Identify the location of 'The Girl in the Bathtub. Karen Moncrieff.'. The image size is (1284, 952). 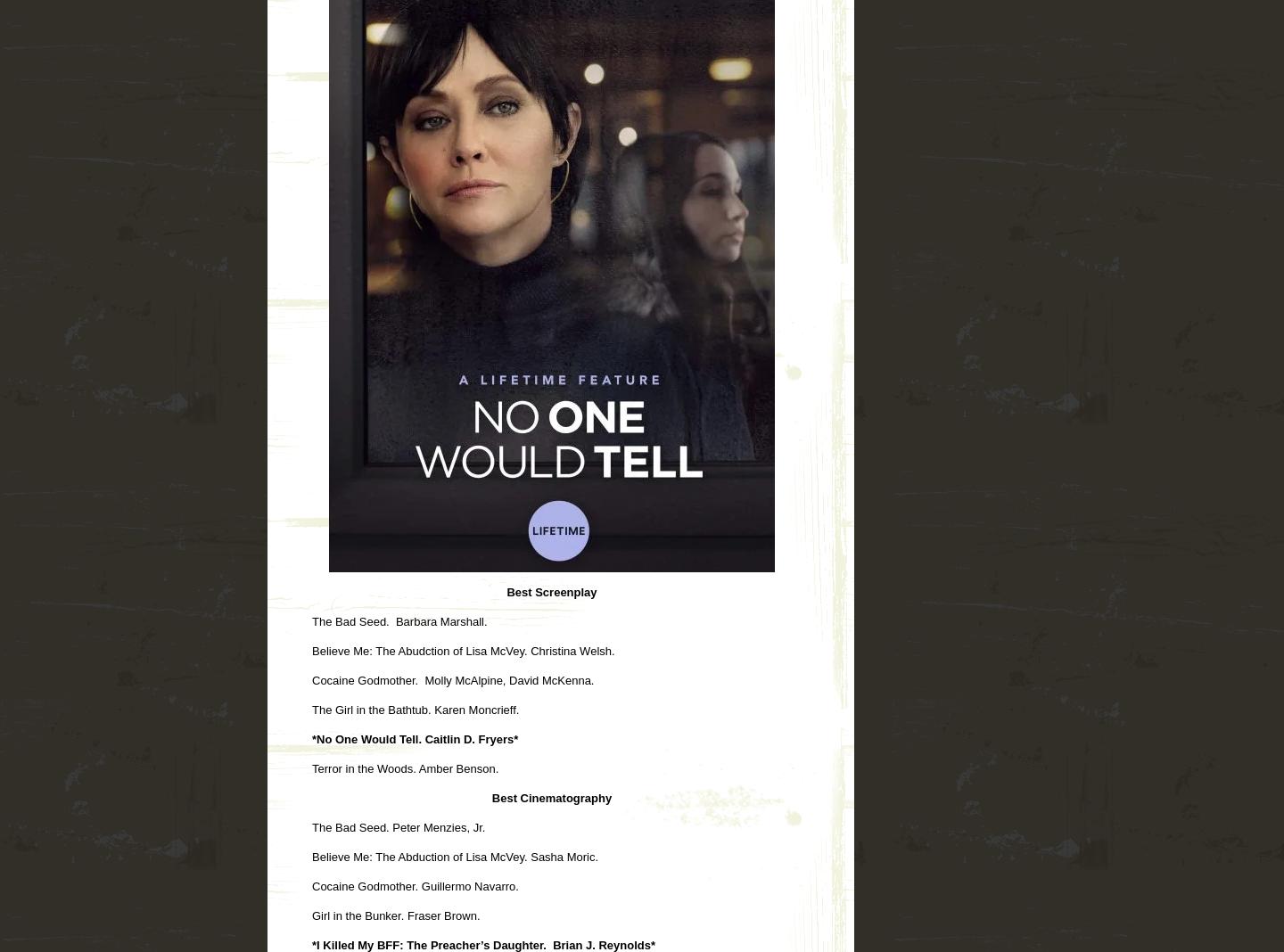
(312, 709).